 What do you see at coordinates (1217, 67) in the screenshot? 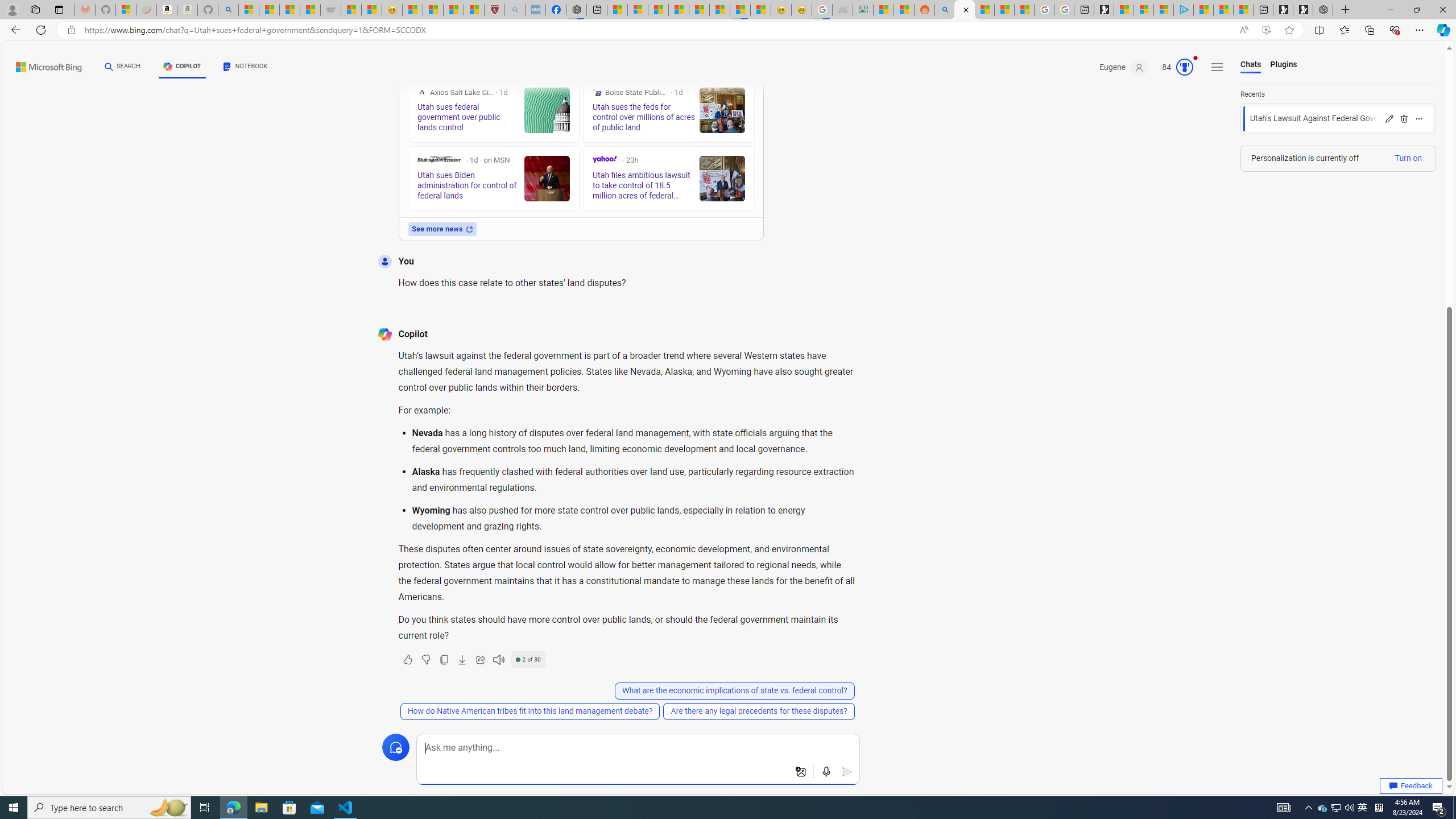
I see `'Settings and quick links'` at bounding box center [1217, 67].